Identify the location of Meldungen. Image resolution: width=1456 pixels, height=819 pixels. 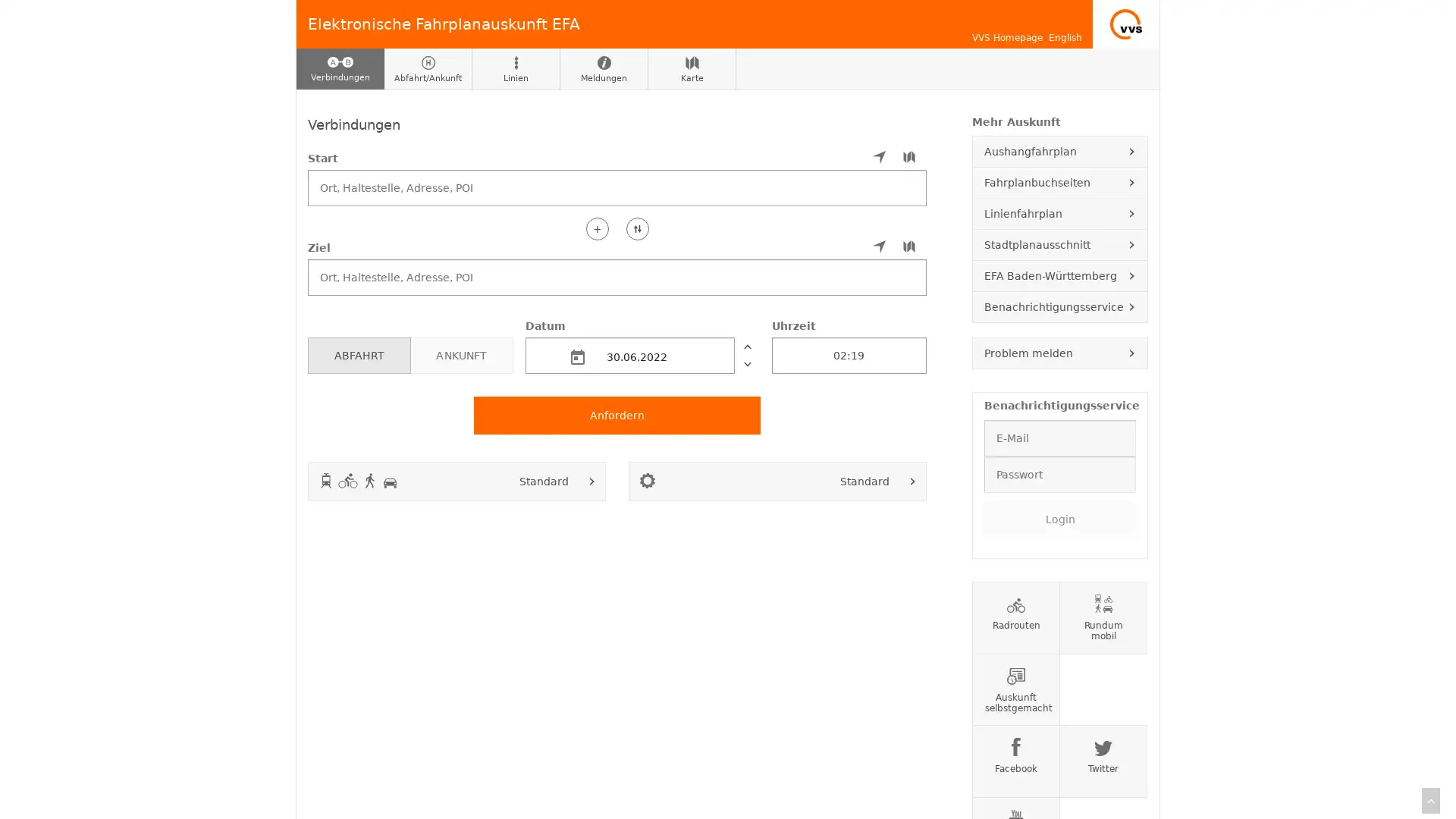
(603, 69).